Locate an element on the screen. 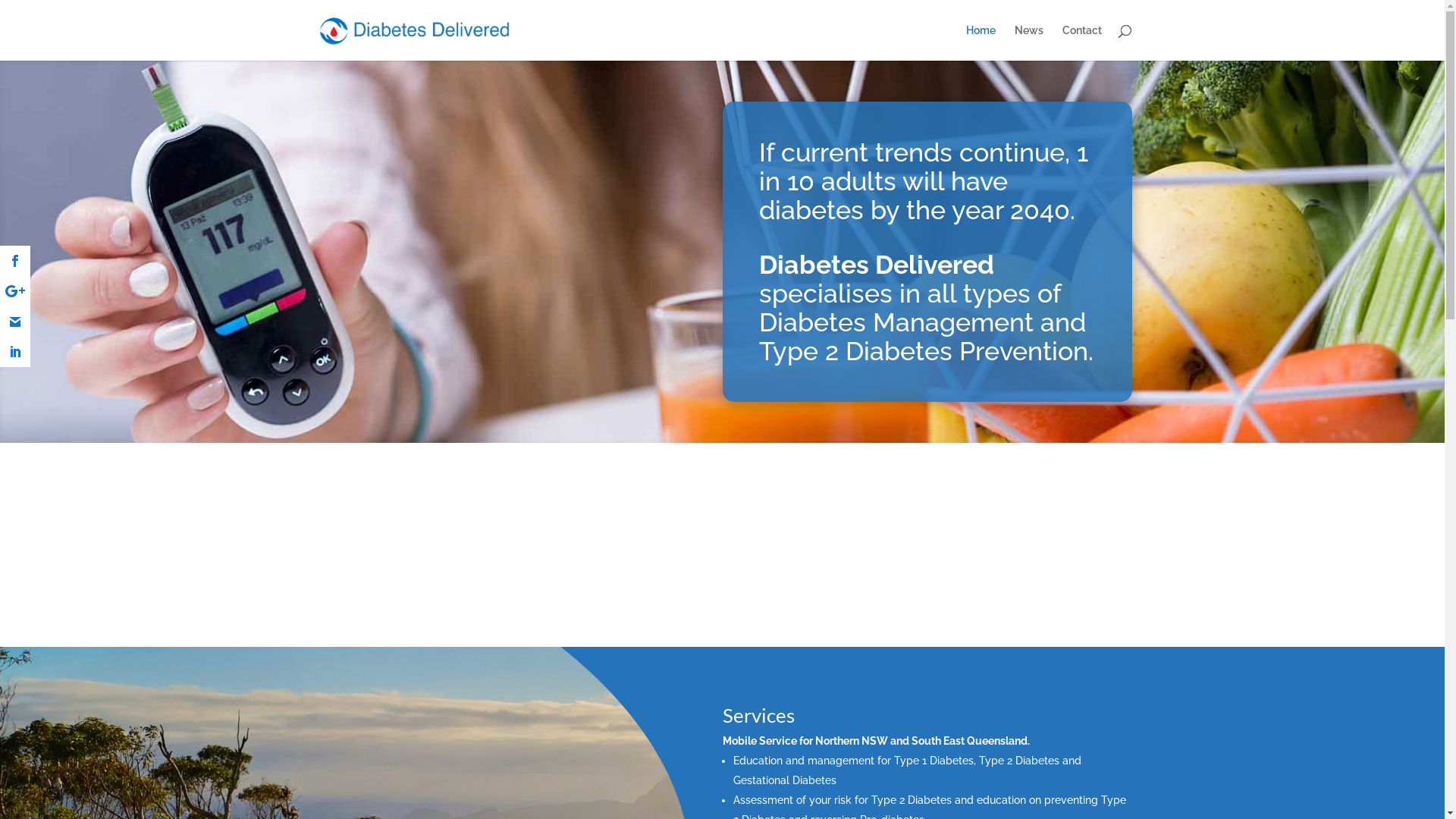 This screenshot has height=819, width=1456. 'Home' is located at coordinates (981, 42).